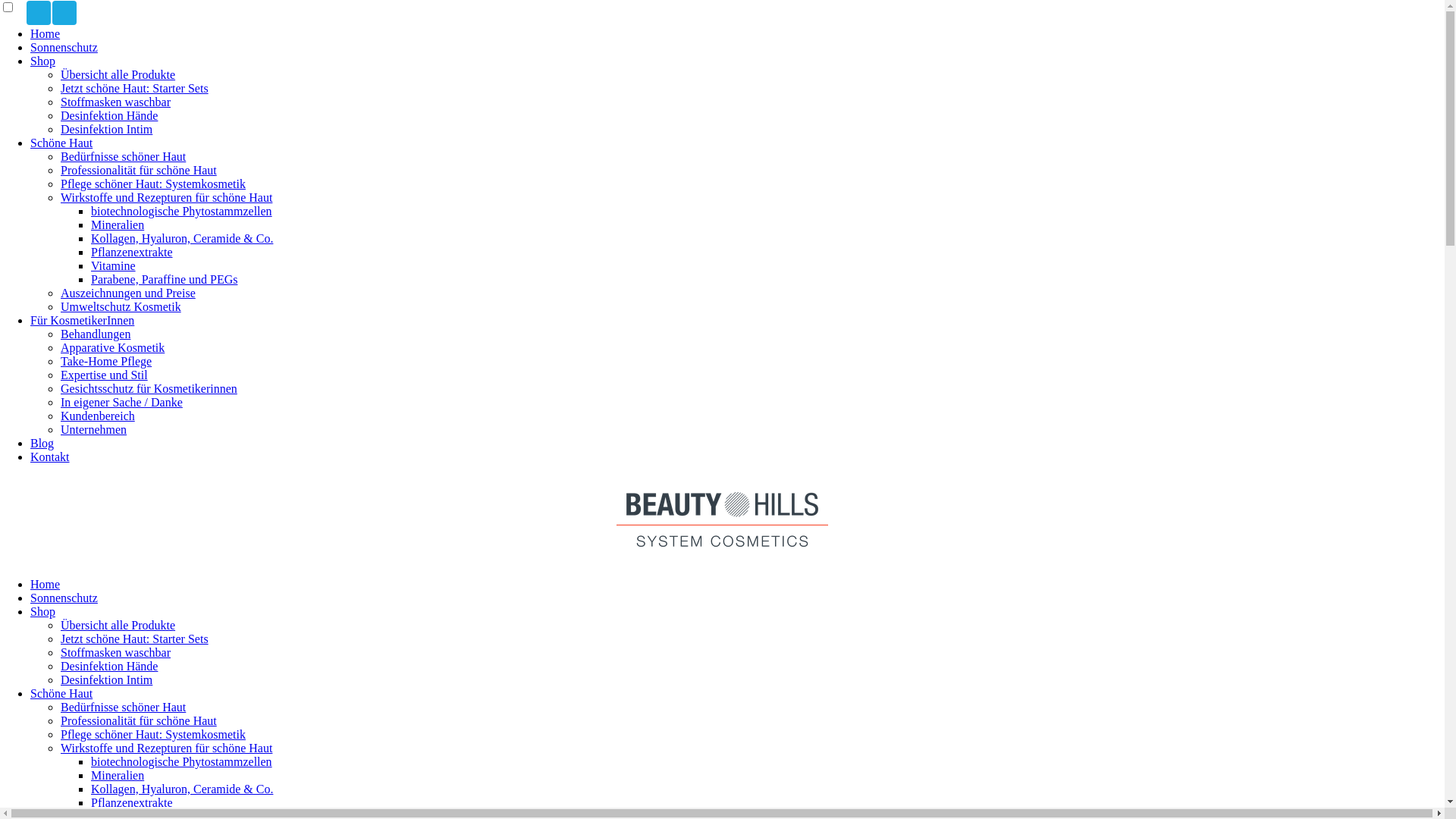 This screenshot has height=819, width=1456. Describe the element at coordinates (115, 651) in the screenshot. I see `'Stoffmasken waschbar'` at that location.